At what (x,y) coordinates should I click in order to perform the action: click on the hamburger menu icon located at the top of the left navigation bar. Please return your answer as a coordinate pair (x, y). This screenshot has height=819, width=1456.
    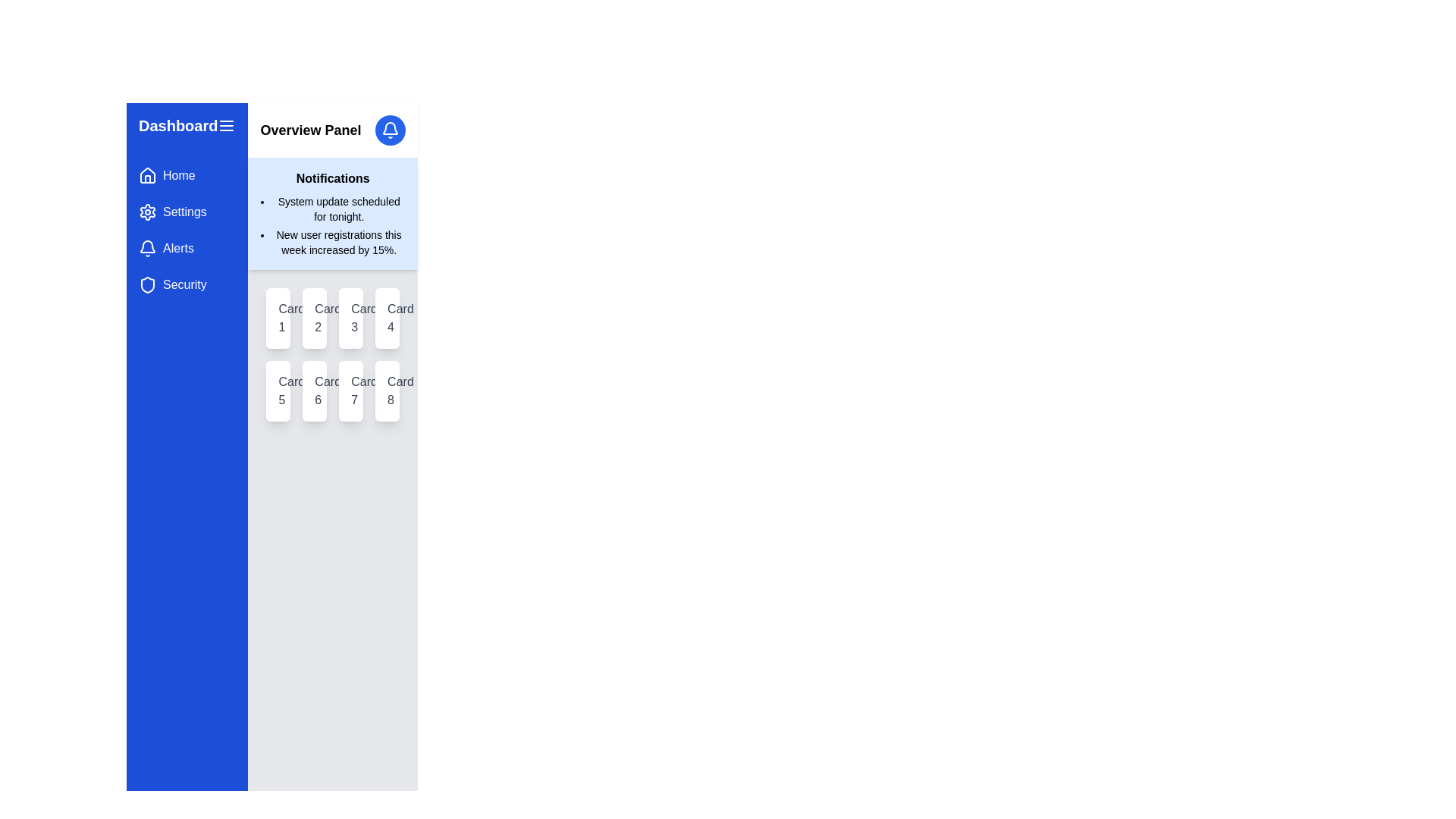
    Looking at the image, I should click on (187, 124).